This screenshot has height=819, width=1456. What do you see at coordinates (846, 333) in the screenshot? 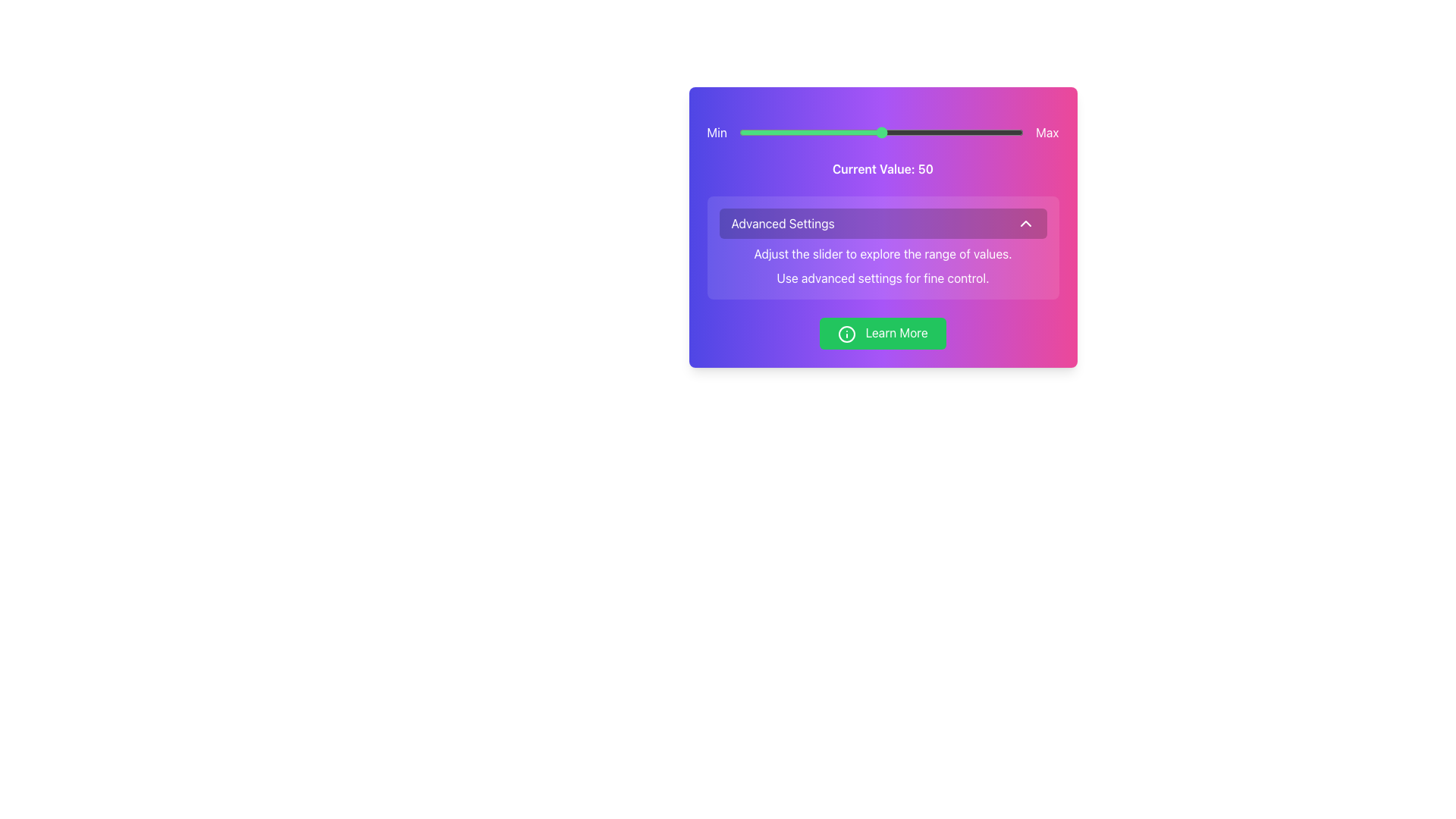
I see `the icon located within the green 'Learn More' button at the bottom-center of the panel` at bounding box center [846, 333].